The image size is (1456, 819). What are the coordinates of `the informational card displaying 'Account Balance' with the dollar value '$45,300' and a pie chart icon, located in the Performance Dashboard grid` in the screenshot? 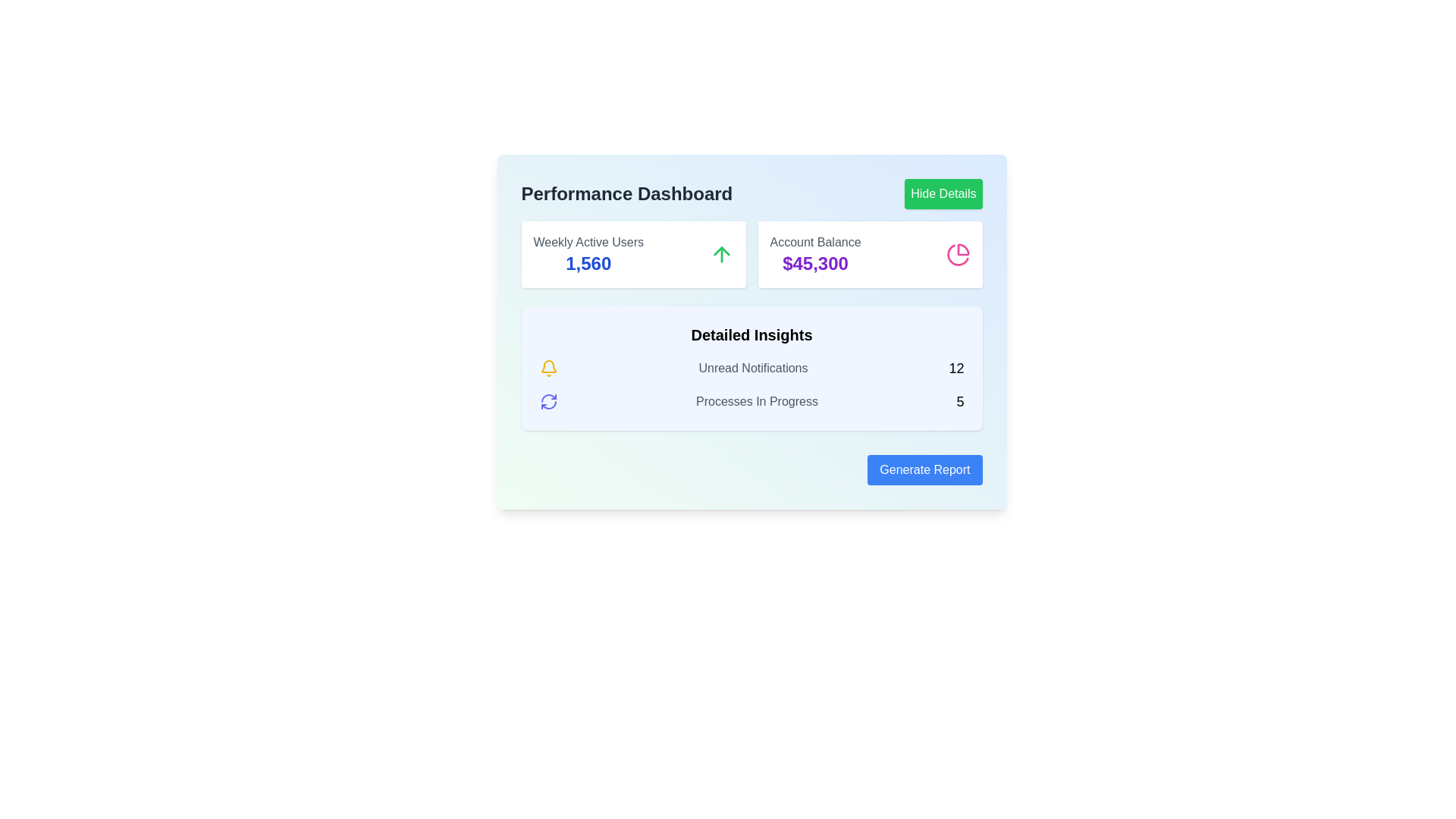 It's located at (870, 253).